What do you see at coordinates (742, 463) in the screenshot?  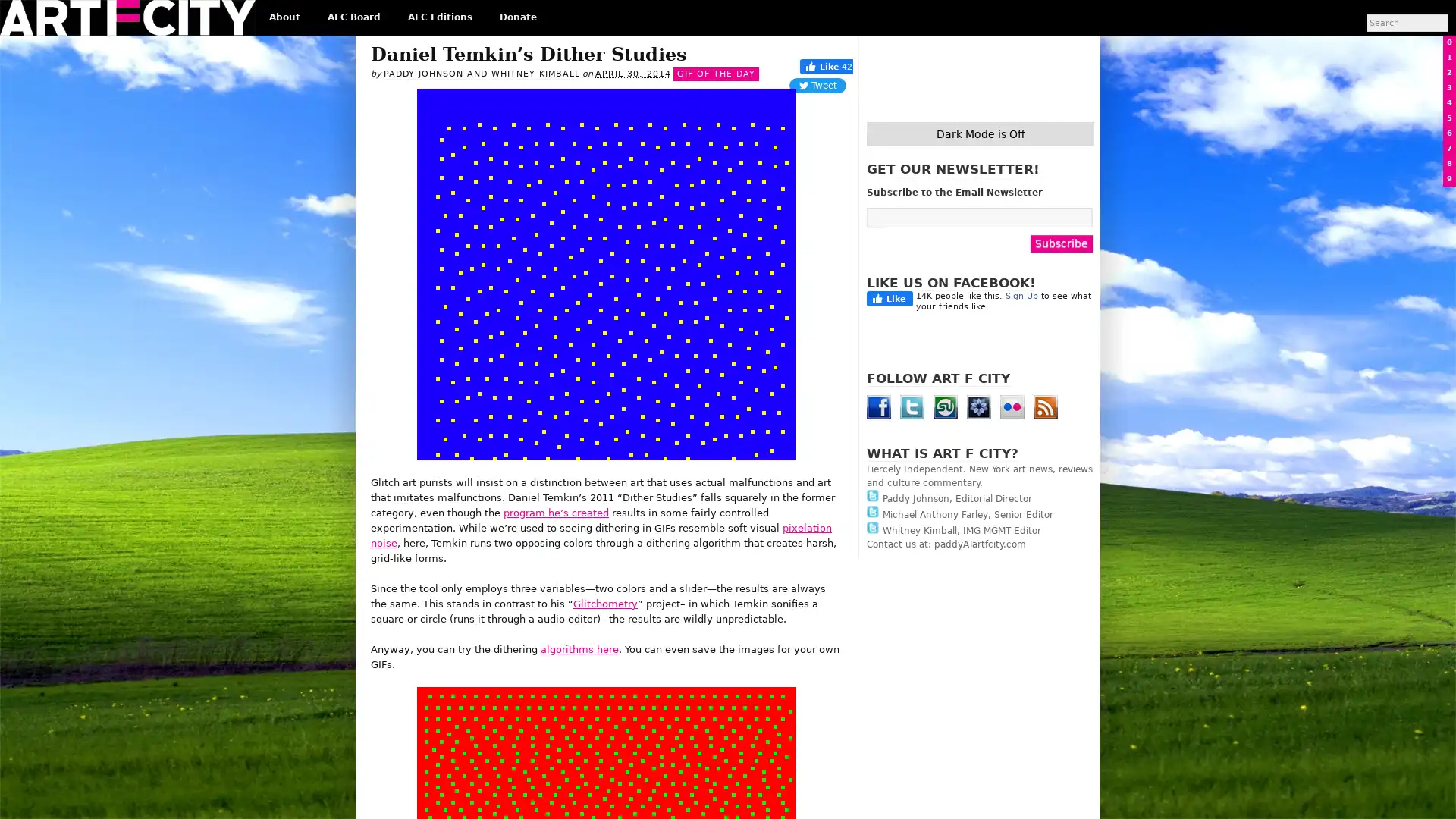 I see `Subscribe` at bounding box center [742, 463].